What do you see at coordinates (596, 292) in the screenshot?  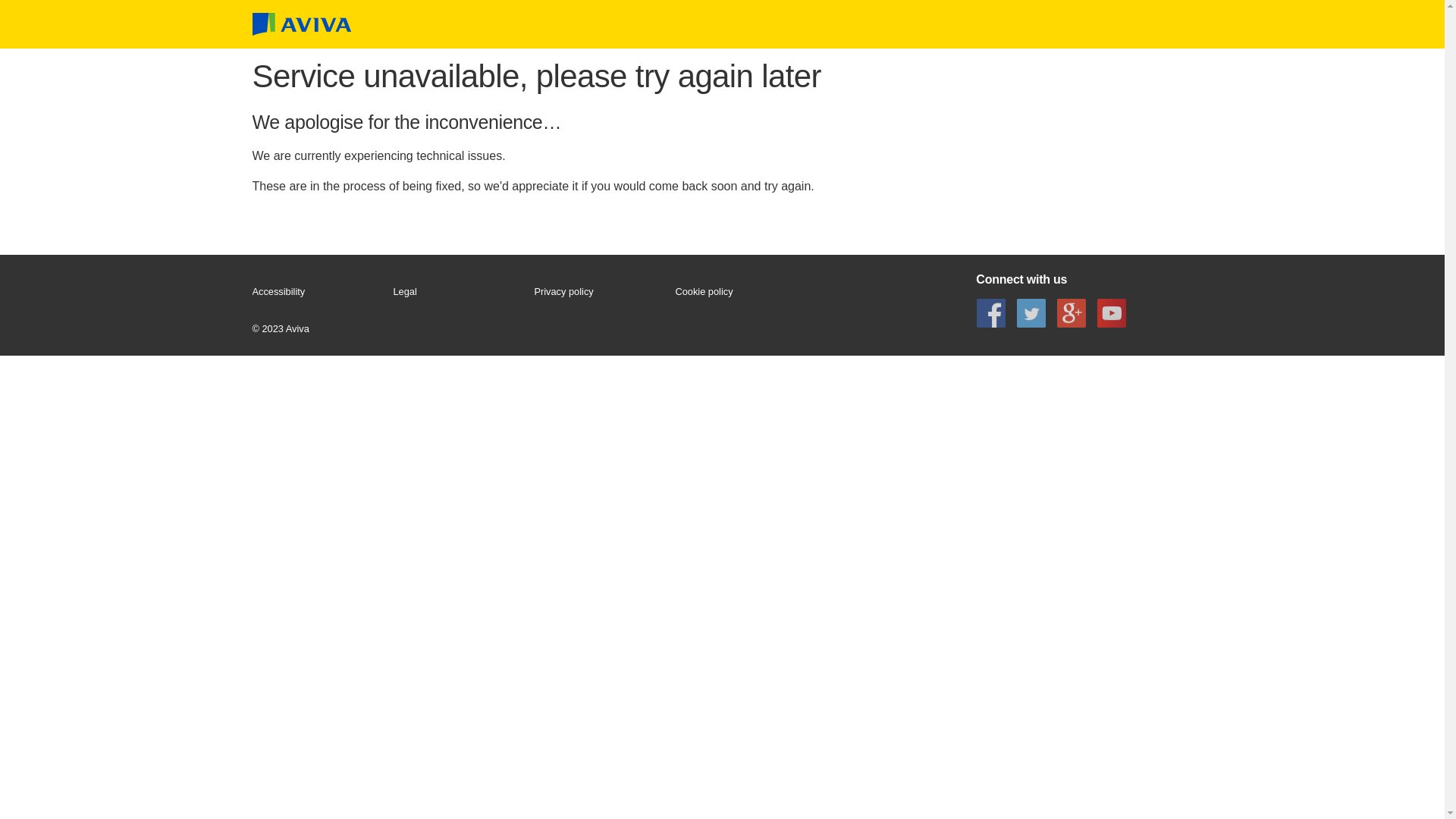 I see `'Privacy policy'` at bounding box center [596, 292].